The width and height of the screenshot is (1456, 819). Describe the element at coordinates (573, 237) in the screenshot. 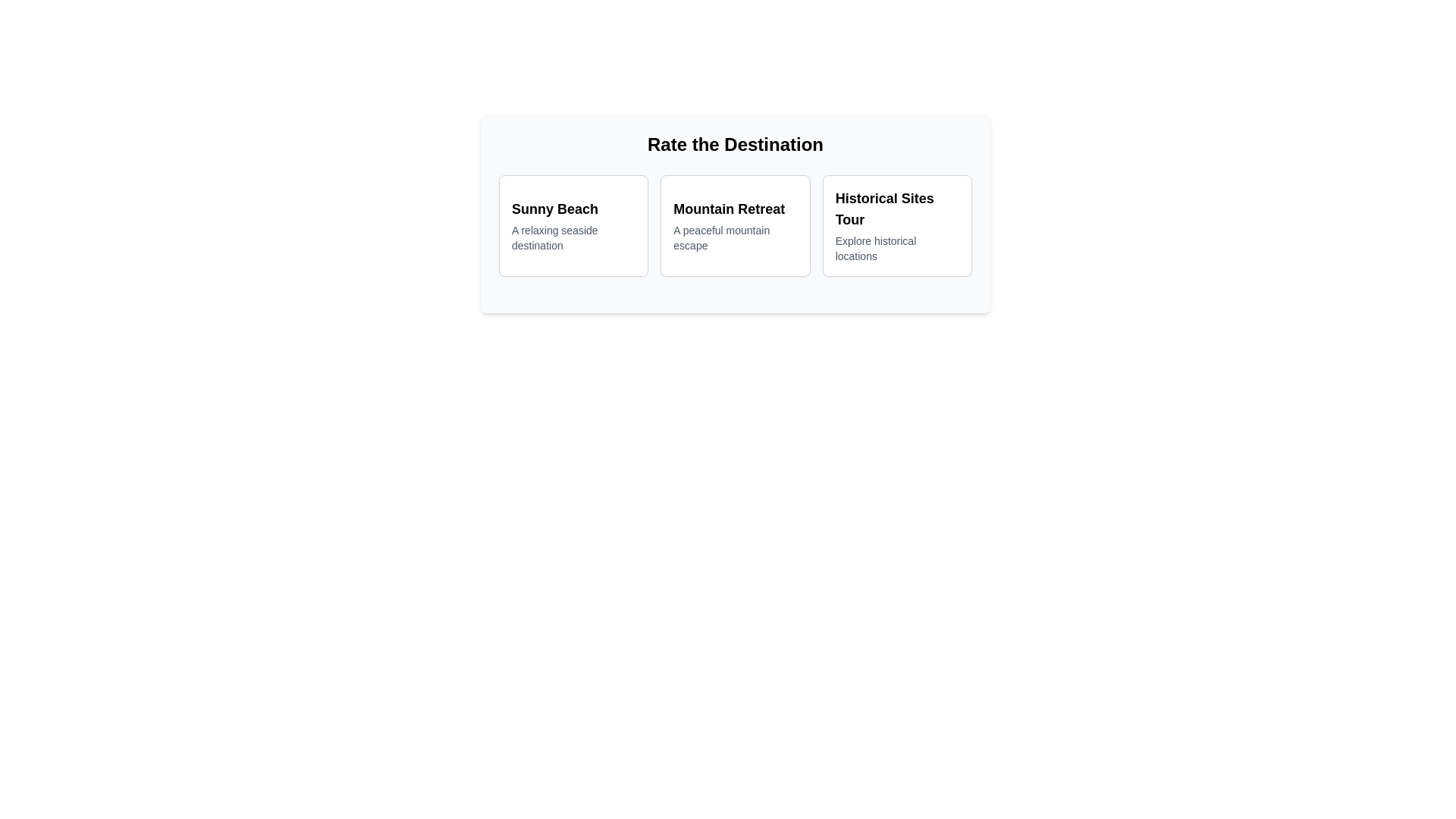

I see `the descriptive text label located under the bold title 'Sunny Beach', which is positioned in the leftmost of three horizontally aligned options` at that location.